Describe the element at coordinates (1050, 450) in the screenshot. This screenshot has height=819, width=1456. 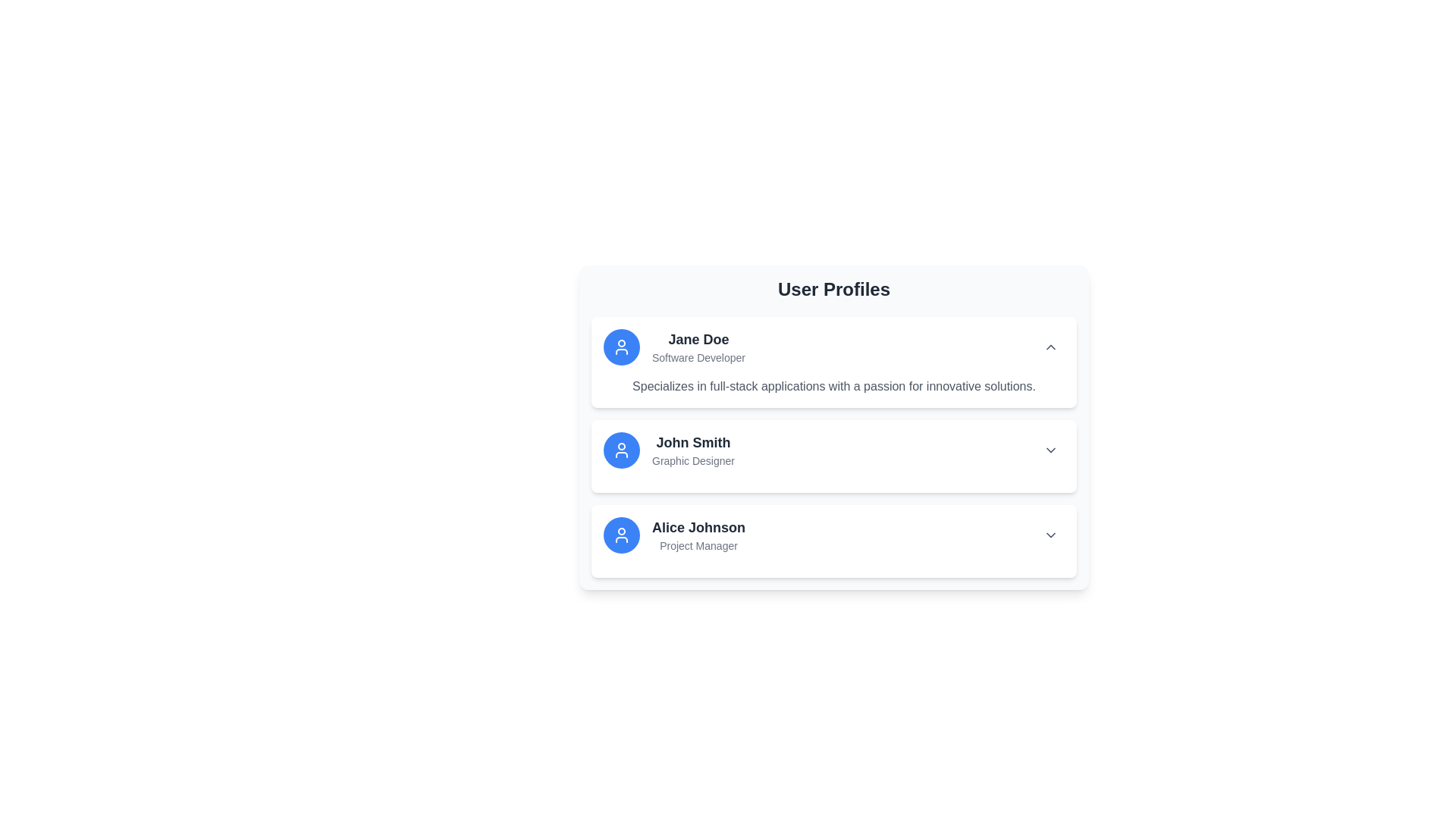
I see `the downward-pointing chevron icon indicating a dropdown menu next to 'John Smith' under 'User Profiles'` at that location.